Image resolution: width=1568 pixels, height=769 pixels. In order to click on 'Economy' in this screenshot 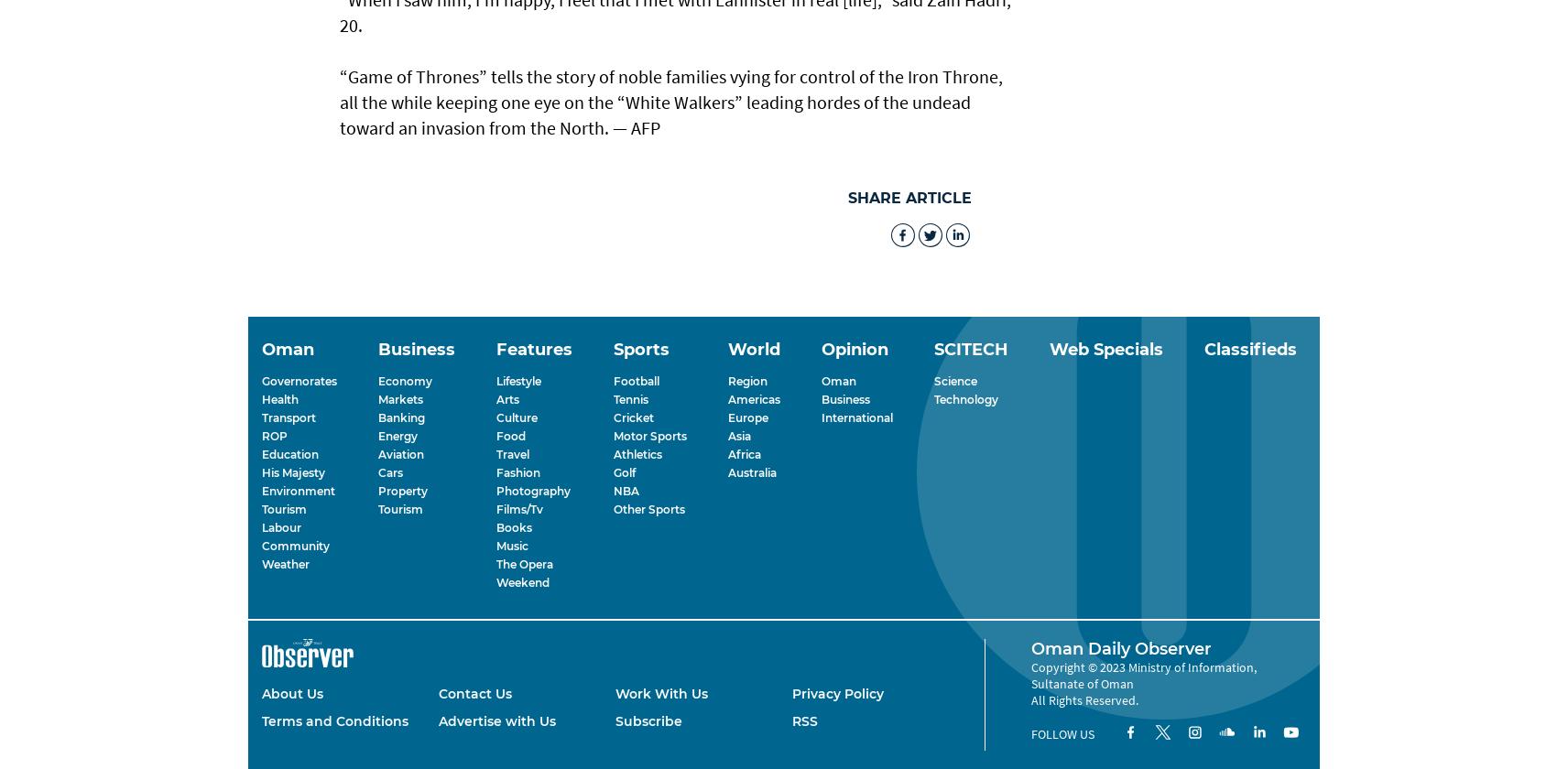, I will do `click(377, 380)`.